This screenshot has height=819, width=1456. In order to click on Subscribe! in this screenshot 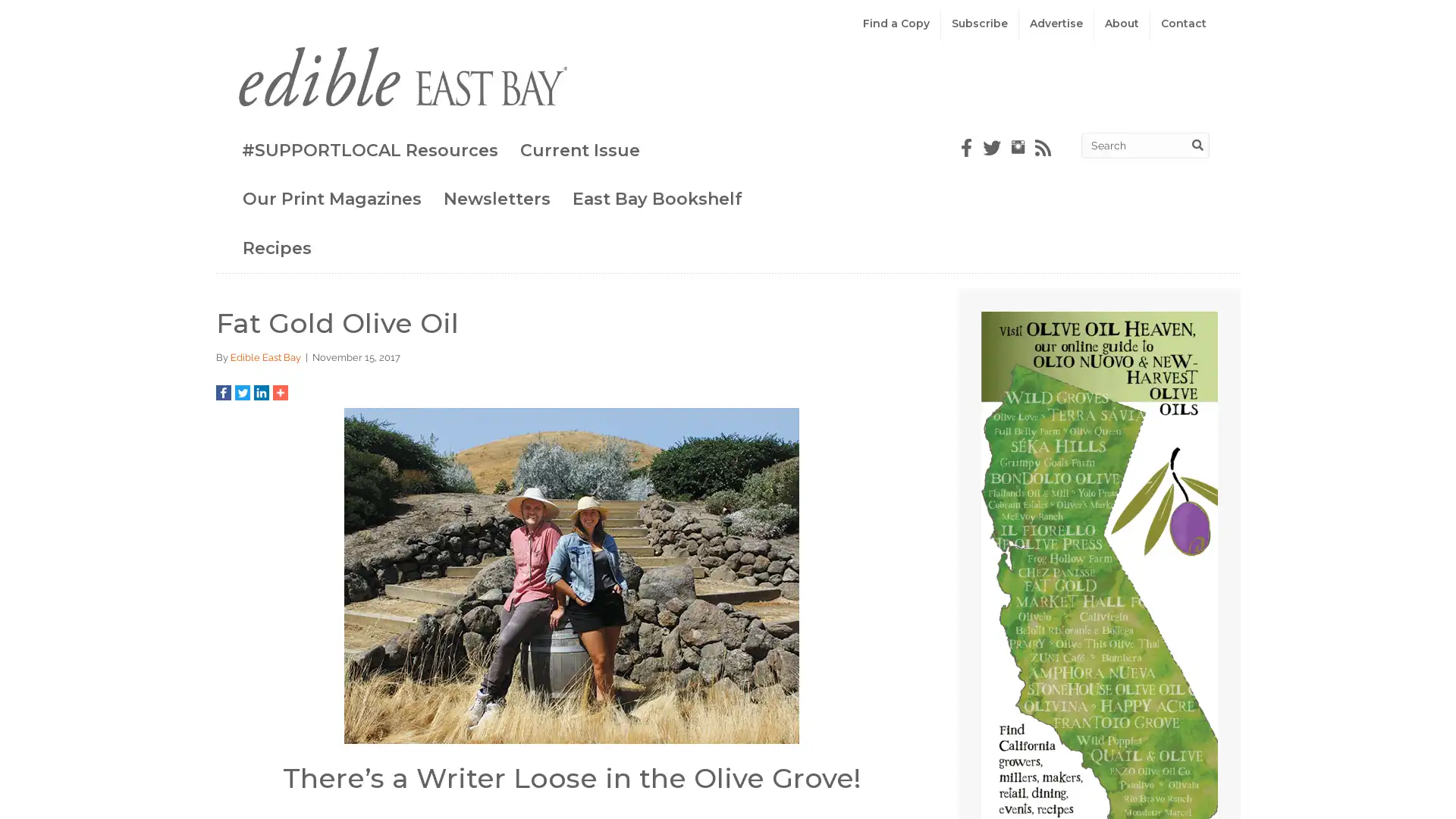, I will do `click(728, 736)`.